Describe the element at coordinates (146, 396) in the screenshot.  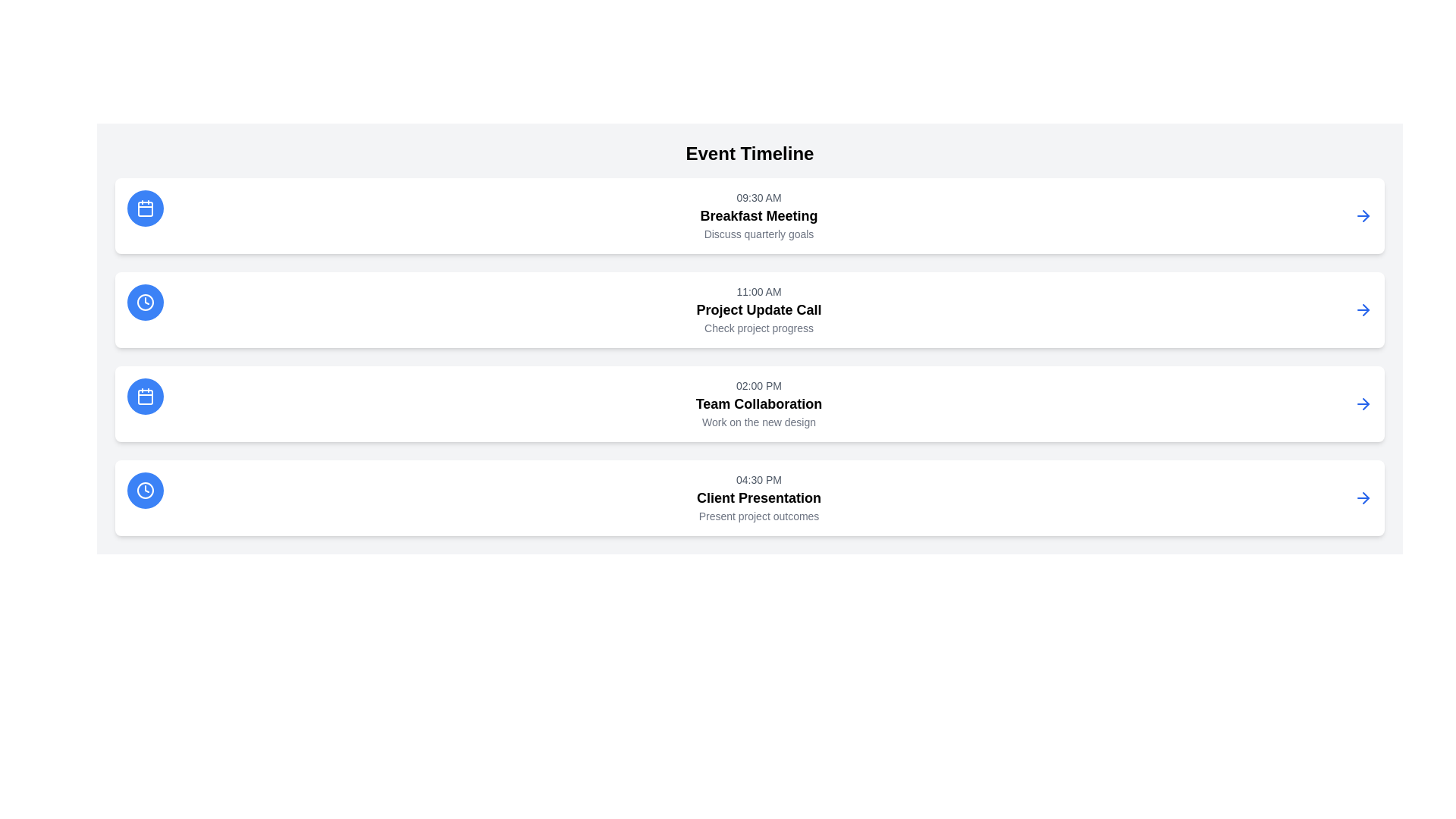
I see `the circular blue icon with a white calendar graphic, located in the third event card from the top, positioned to the left of the text '02:00 PM', 'Team Collaboration', and 'Work on the new design'` at that location.